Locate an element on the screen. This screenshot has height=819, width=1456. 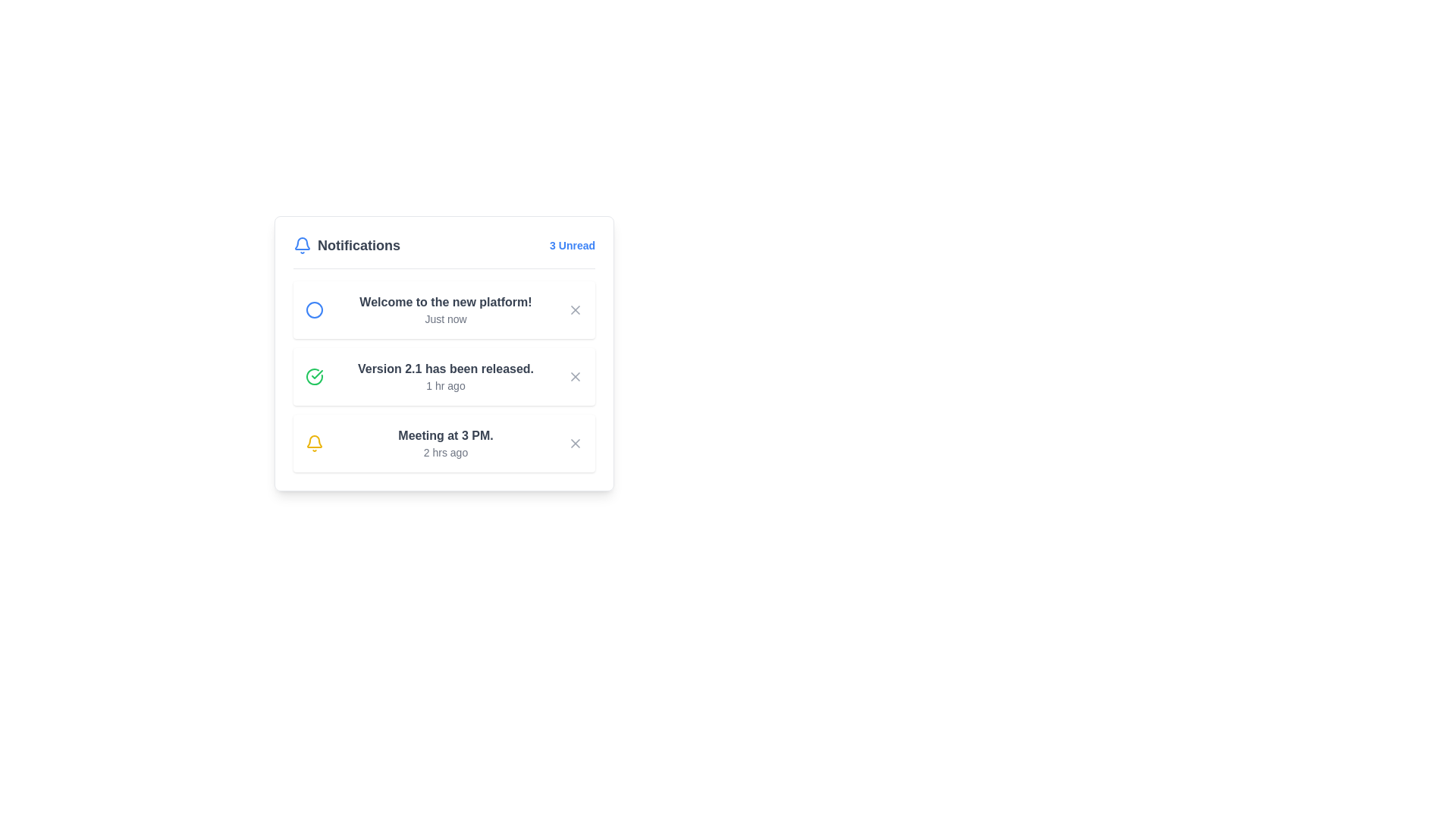
the close button associated with the notification titled 'Version 2.1 has been released.' is located at coordinates (574, 376).